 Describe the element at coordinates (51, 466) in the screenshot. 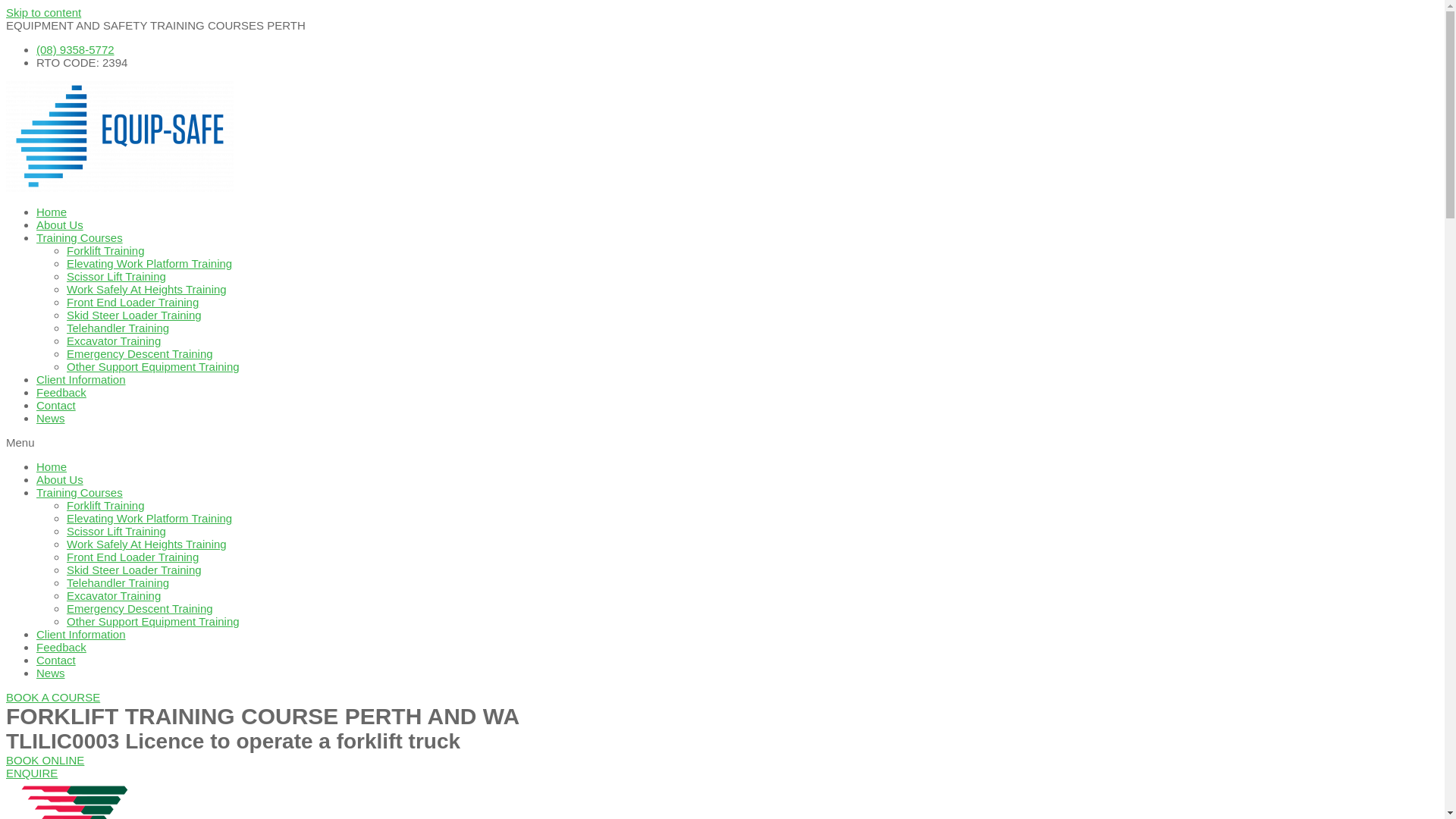

I see `'Home'` at that location.